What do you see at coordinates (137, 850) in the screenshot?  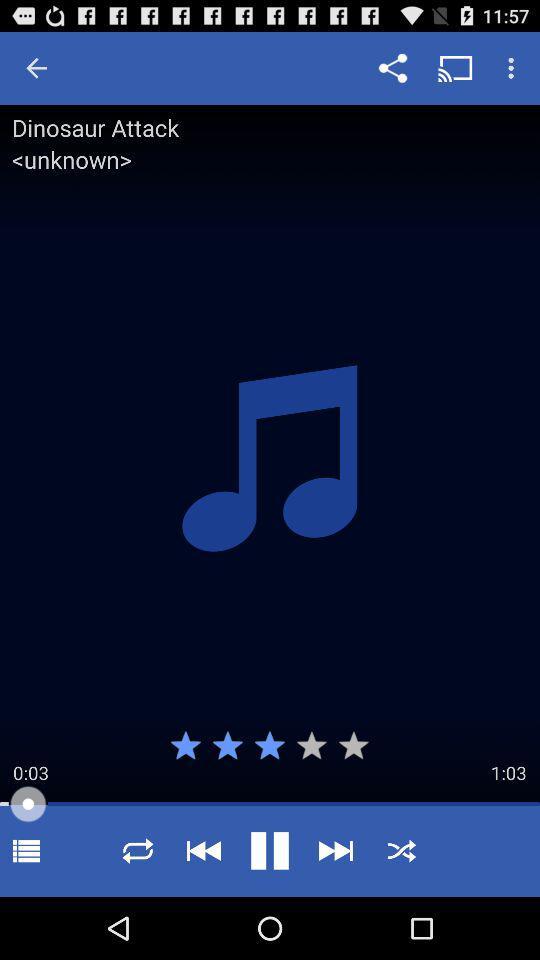 I see `repeat selection` at bounding box center [137, 850].